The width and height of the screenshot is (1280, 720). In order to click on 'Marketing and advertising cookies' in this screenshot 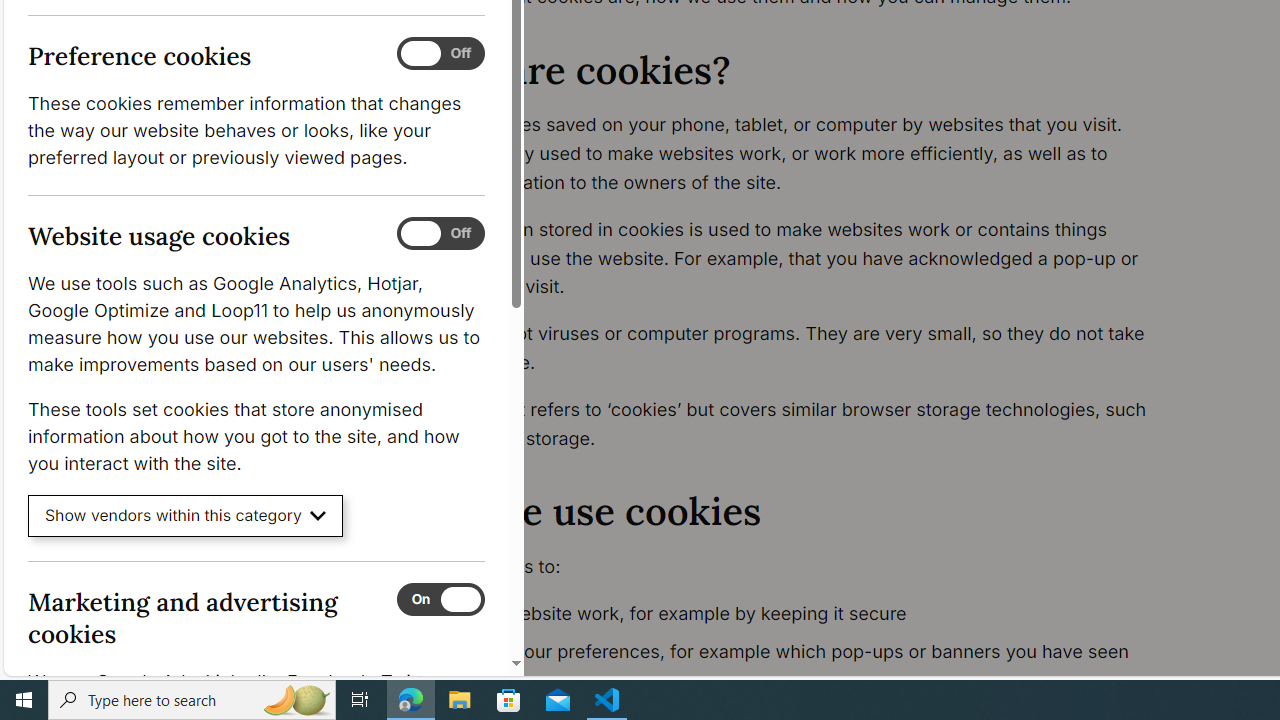, I will do `click(439, 598)`.